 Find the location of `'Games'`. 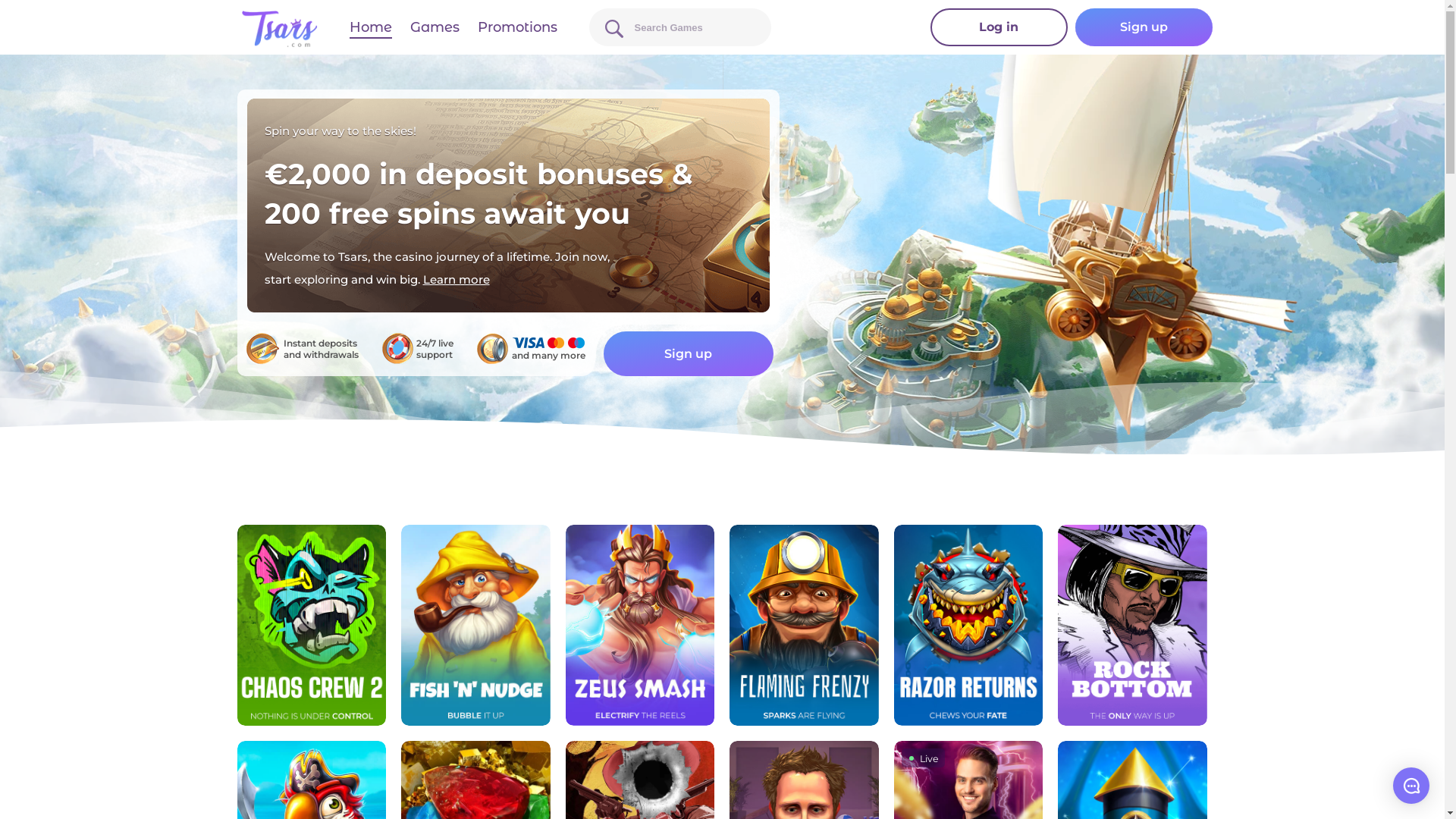

'Games' is located at coordinates (409, 27).